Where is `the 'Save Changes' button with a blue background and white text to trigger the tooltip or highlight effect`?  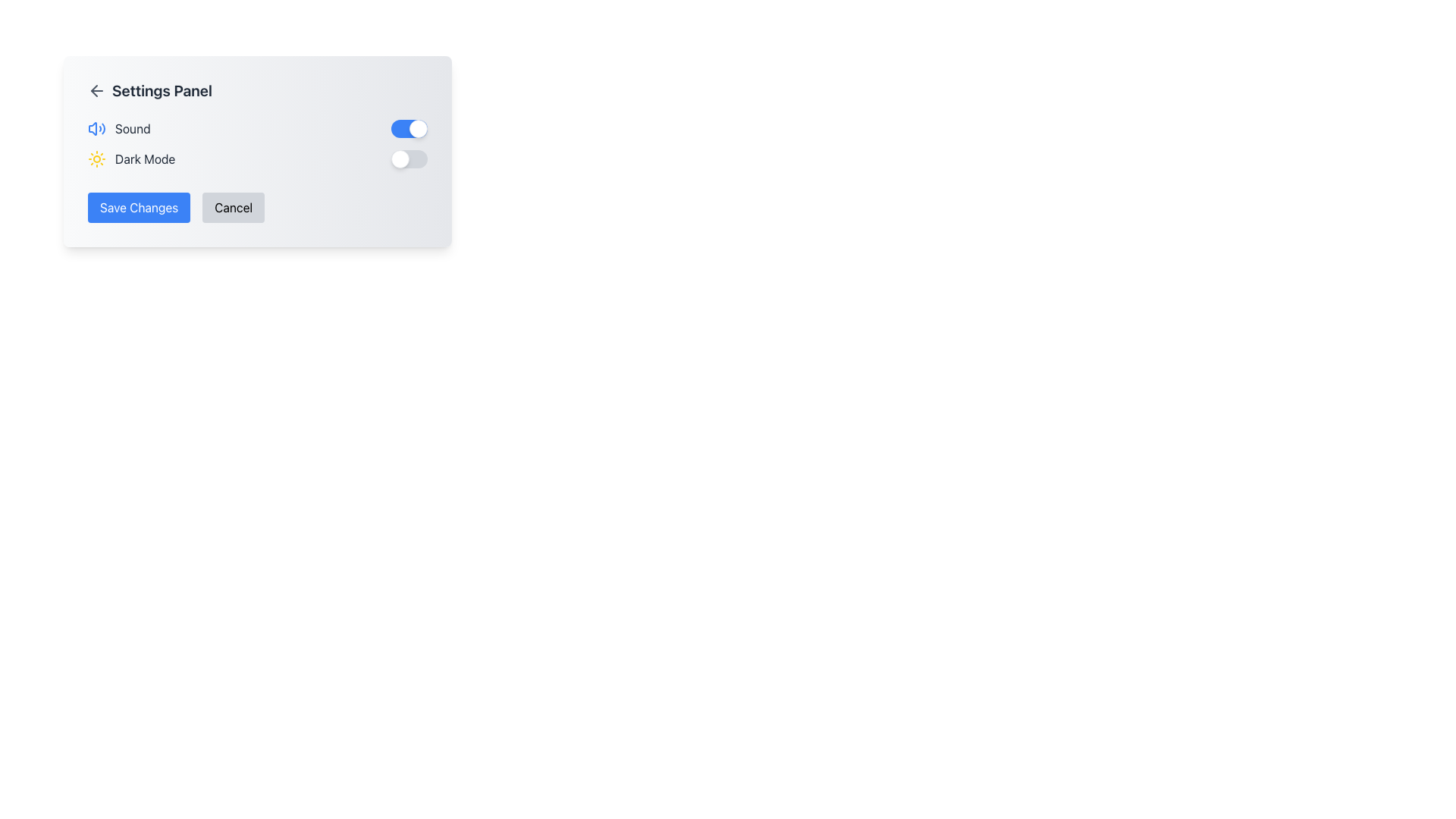 the 'Save Changes' button with a blue background and white text to trigger the tooltip or highlight effect is located at coordinates (139, 207).